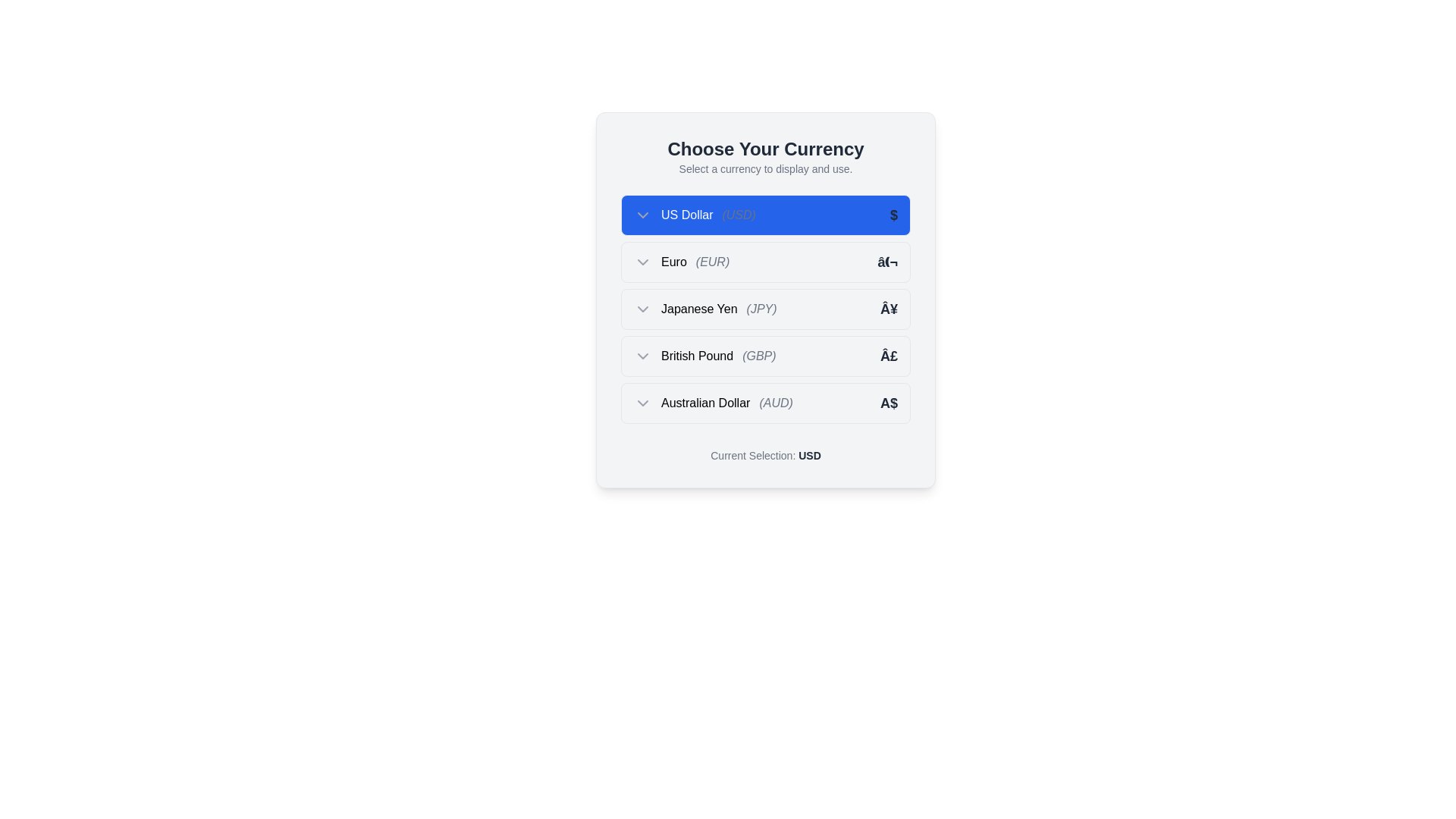  Describe the element at coordinates (643, 262) in the screenshot. I see `the downward-pointing chevron icon indicating dropdown functionality next to 'Euro (EUR)' in the second row of the list` at that location.